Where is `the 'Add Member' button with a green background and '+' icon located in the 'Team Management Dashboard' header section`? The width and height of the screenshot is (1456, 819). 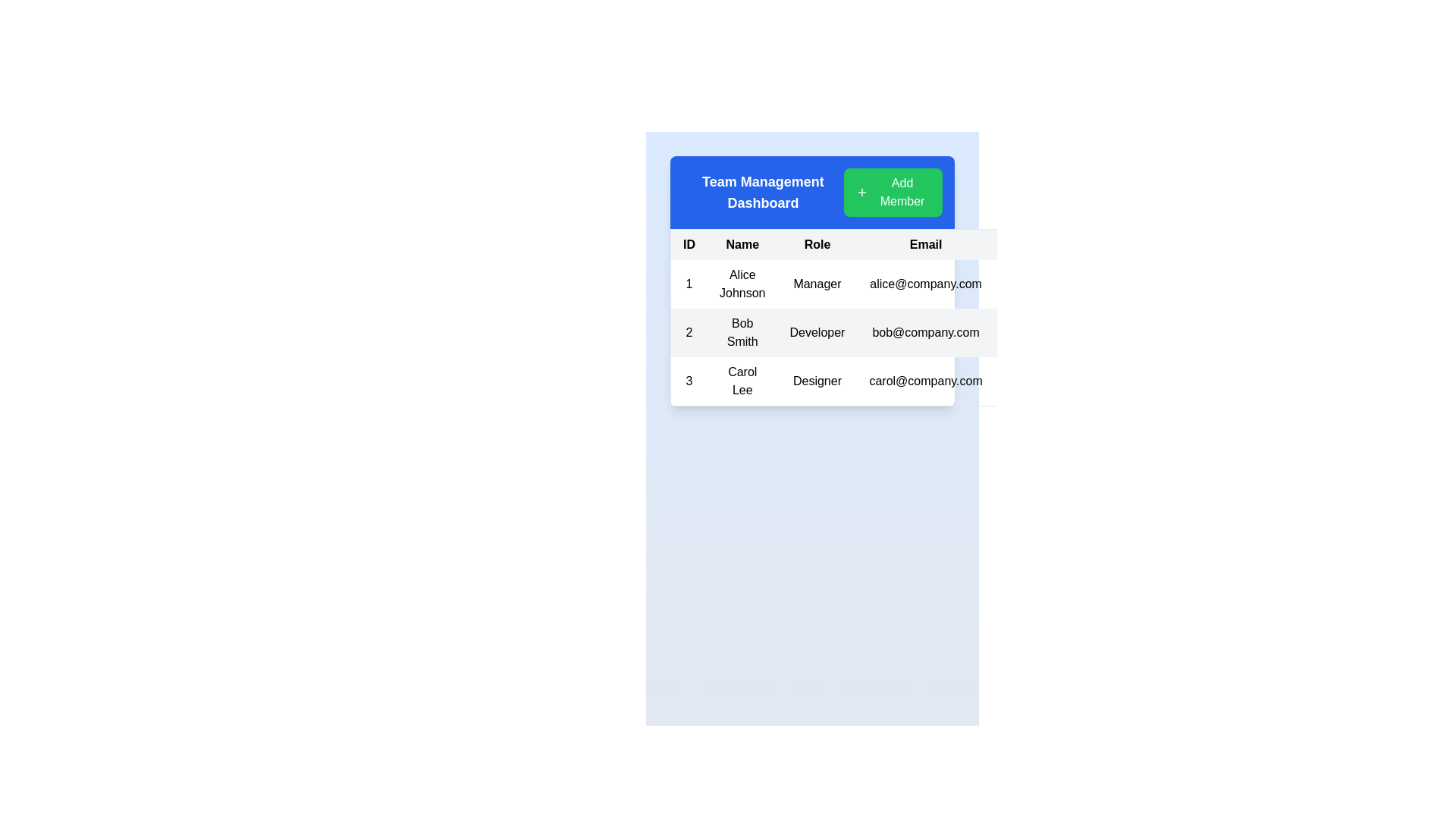
the 'Add Member' button with a green background and '+' icon located in the 'Team Management Dashboard' header section is located at coordinates (893, 192).